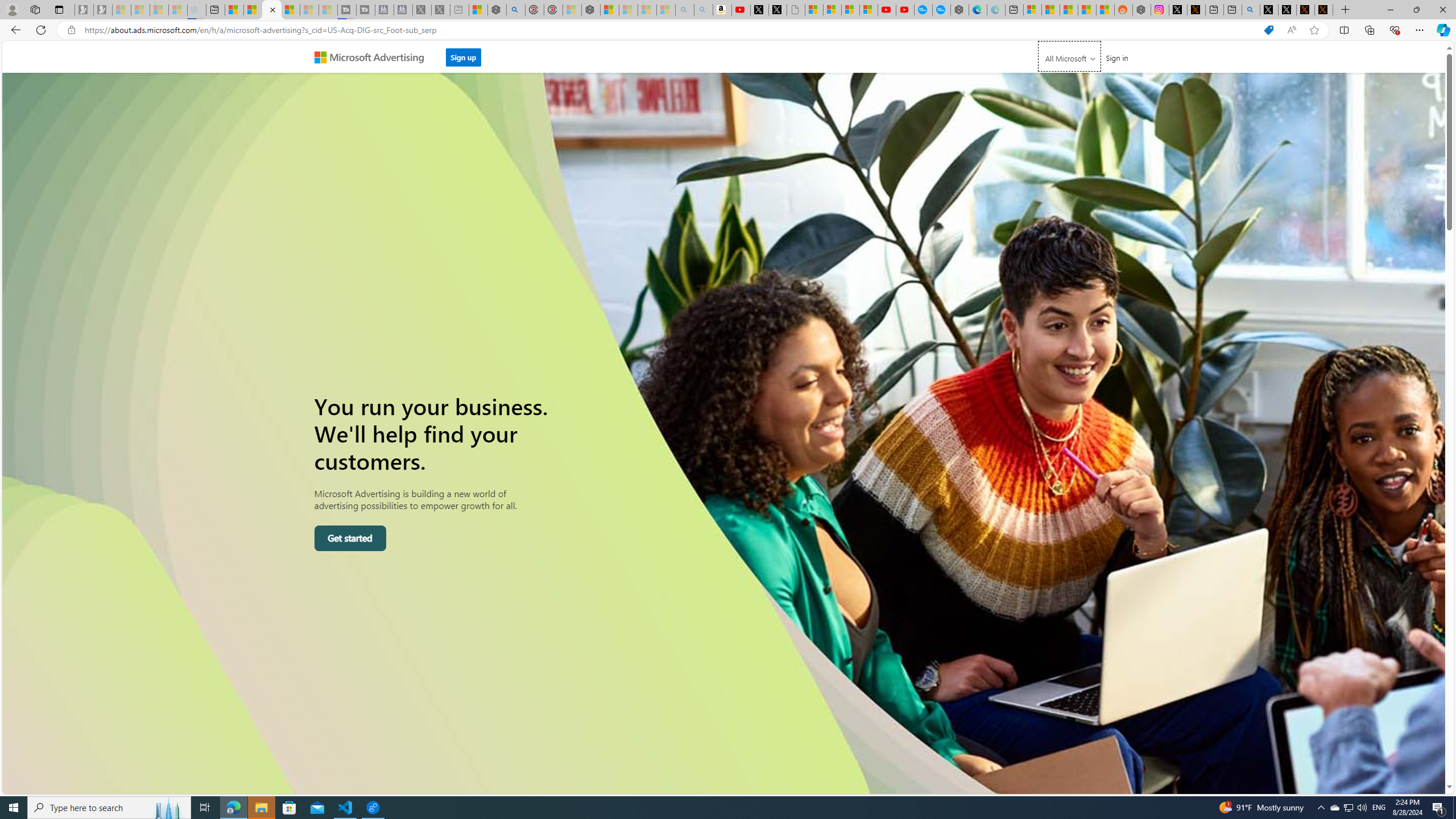  I want to click on 'Streaming Coverage | T3 - Sleeping', so click(347, 9).